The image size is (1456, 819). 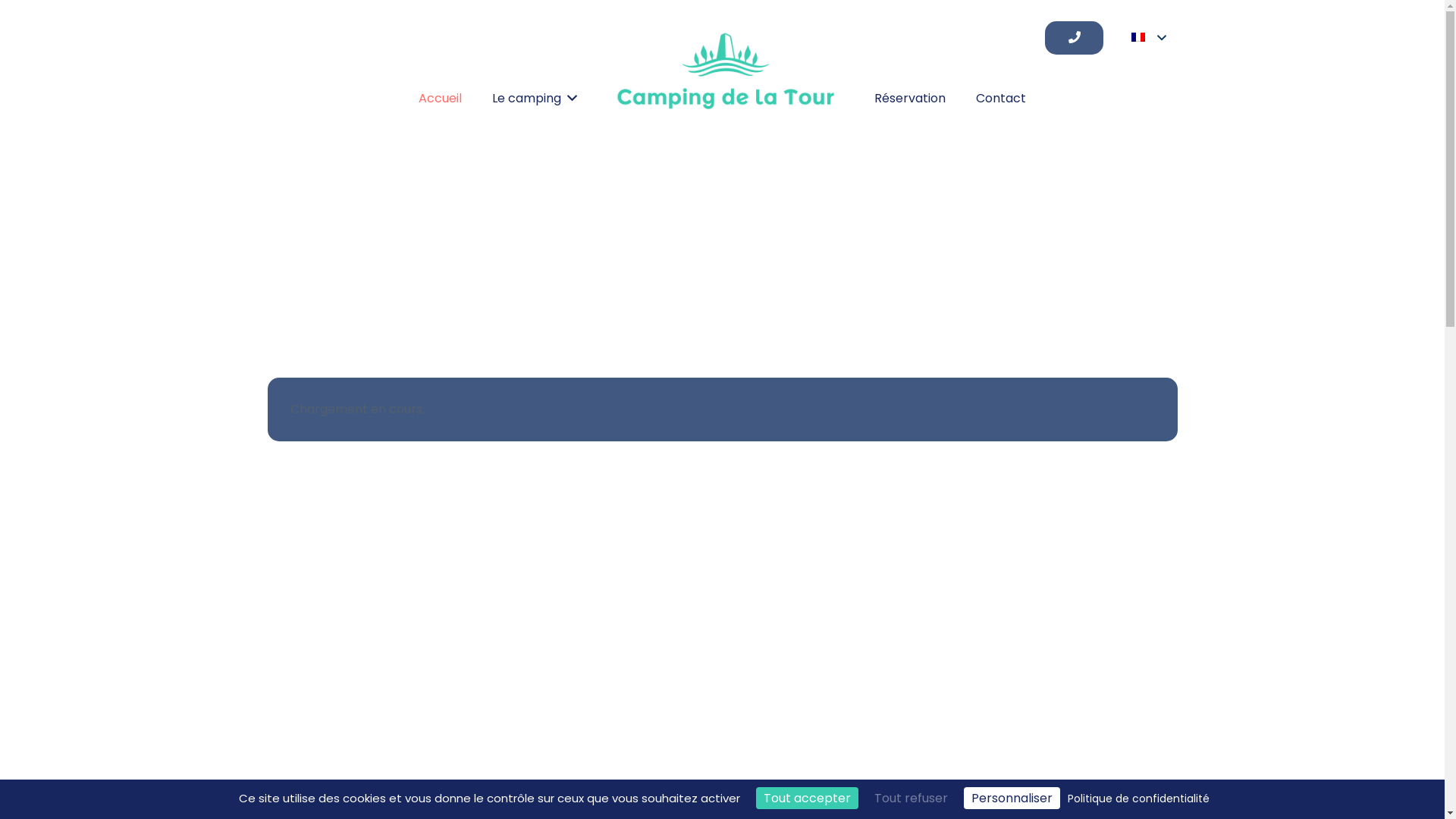 I want to click on 'Tout accepter', so click(x=805, y=797).